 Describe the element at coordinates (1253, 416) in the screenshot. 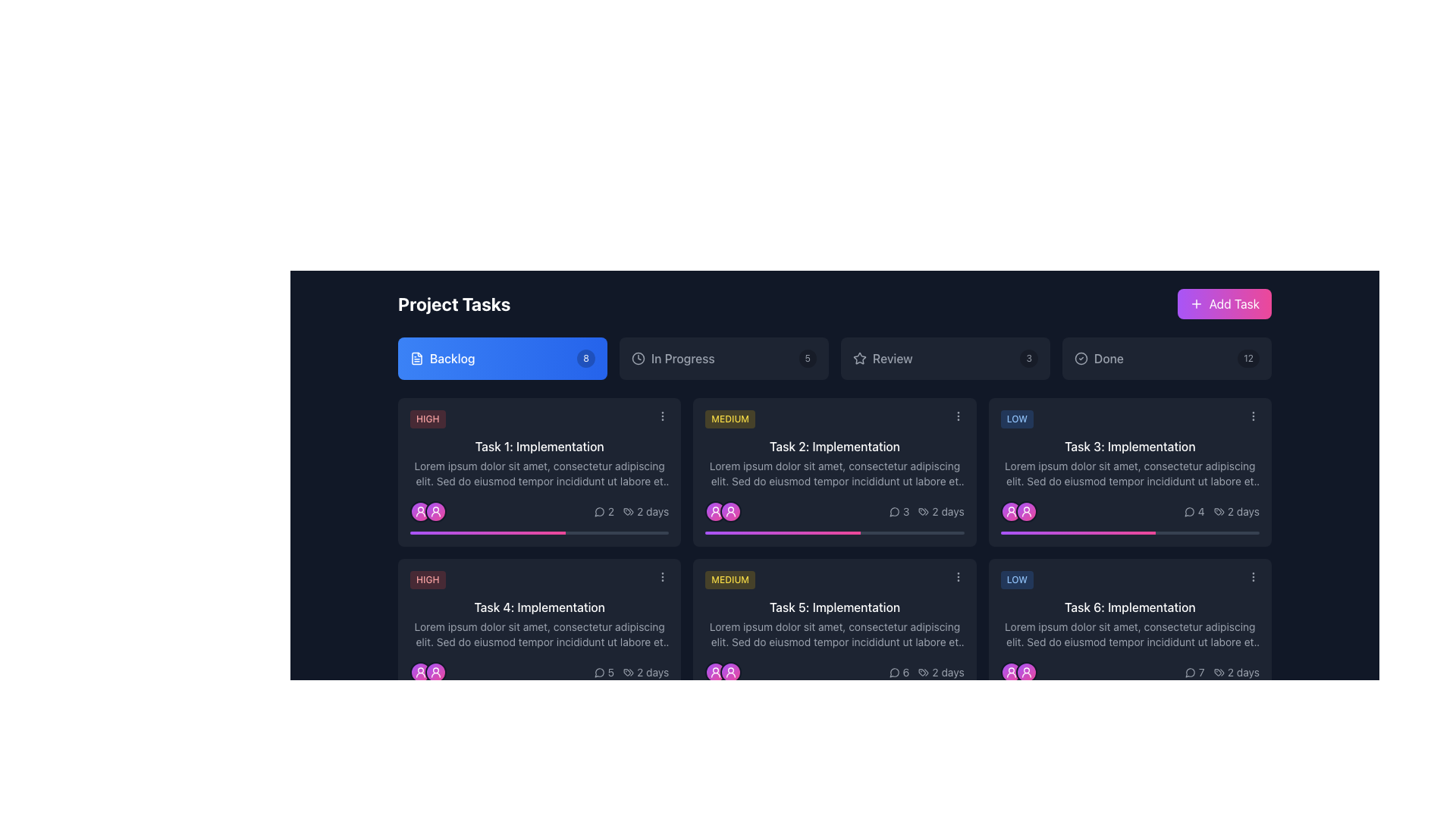

I see `the button with three vertically aligned light gray dots located in the upper-right corner of the task card labeled 'Task 3: Implementation'` at that location.